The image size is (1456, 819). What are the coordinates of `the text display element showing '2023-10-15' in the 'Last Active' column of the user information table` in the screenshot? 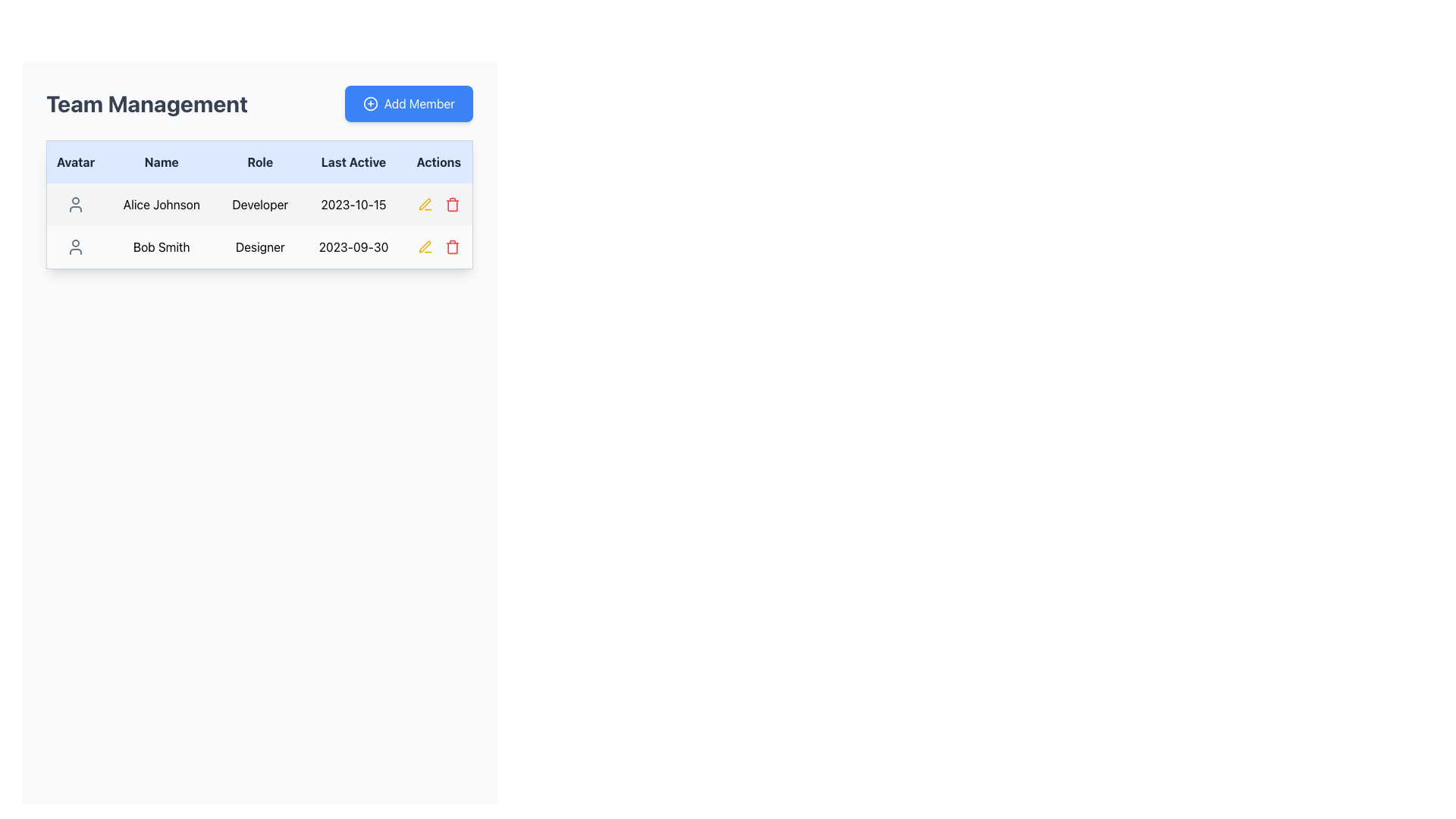 It's located at (353, 205).